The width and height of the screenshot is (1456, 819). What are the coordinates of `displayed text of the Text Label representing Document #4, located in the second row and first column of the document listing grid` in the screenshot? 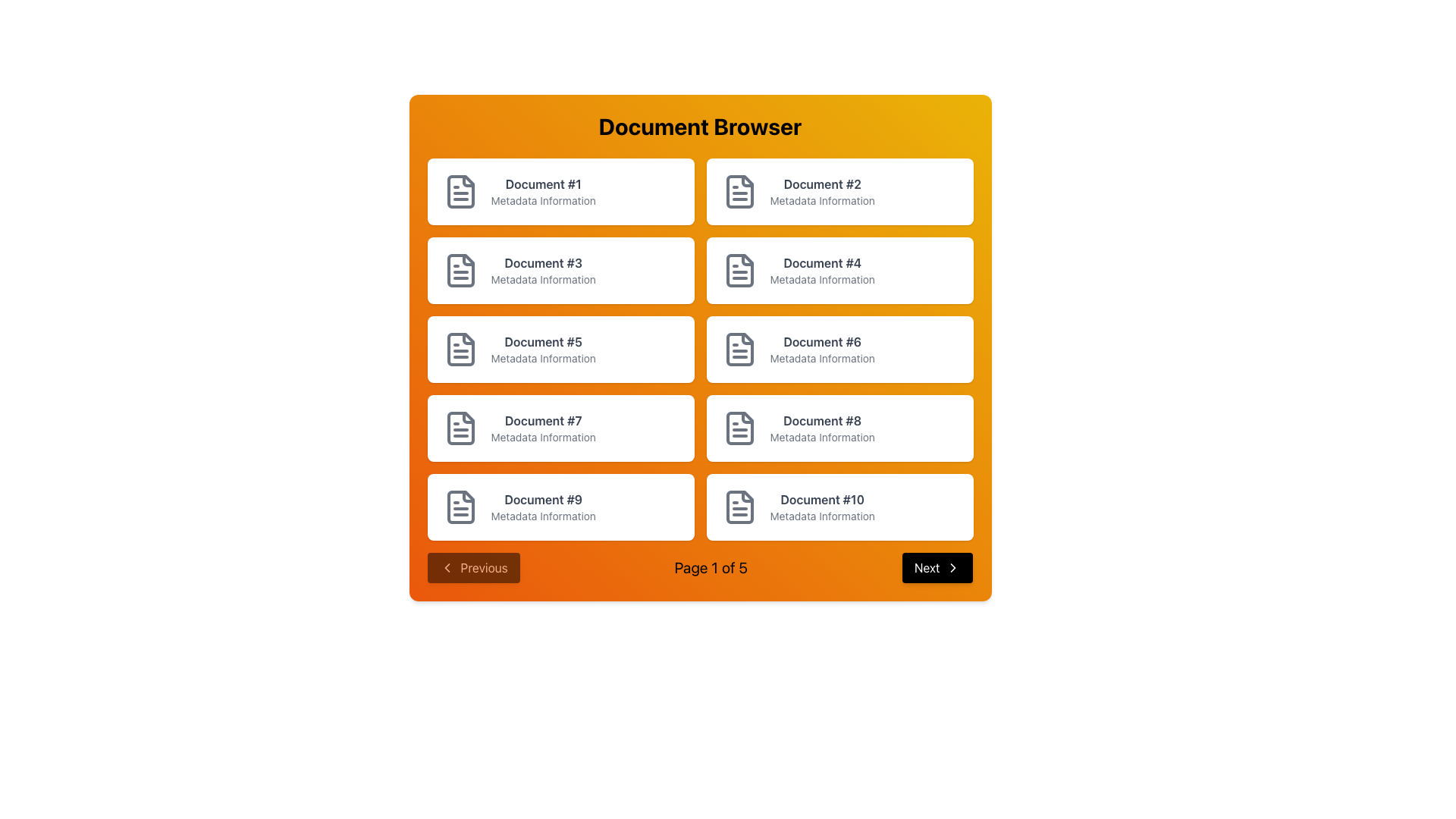 It's located at (821, 270).